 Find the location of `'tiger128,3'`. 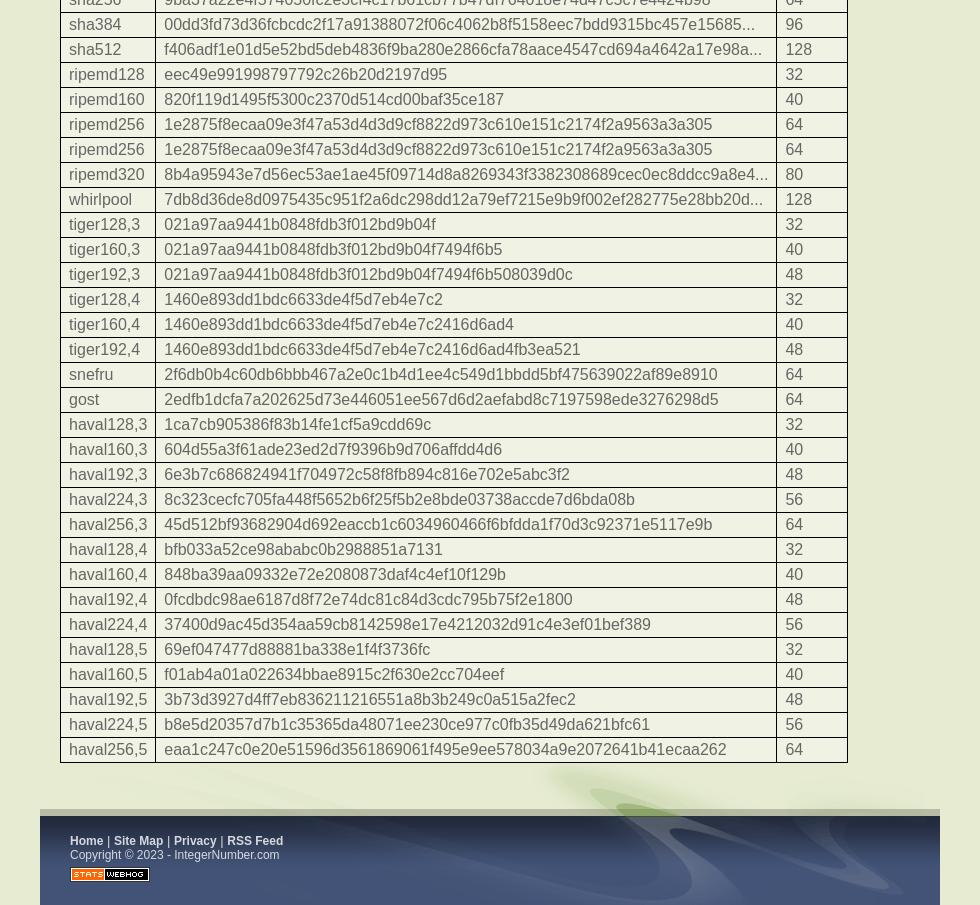

'tiger128,3' is located at coordinates (104, 223).